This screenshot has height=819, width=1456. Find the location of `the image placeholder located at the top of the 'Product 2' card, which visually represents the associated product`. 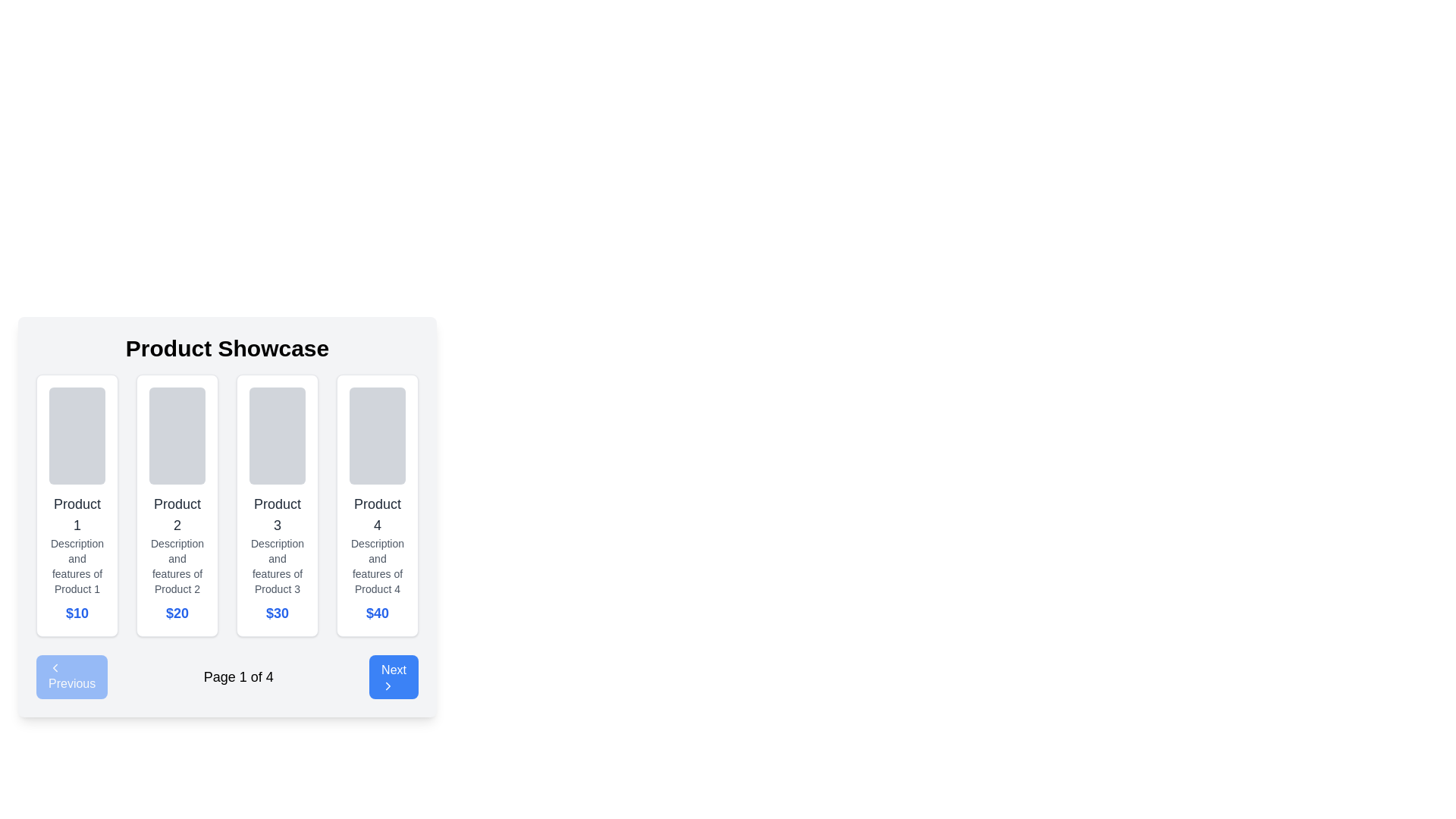

the image placeholder located at the top of the 'Product 2' card, which visually represents the associated product is located at coordinates (177, 435).